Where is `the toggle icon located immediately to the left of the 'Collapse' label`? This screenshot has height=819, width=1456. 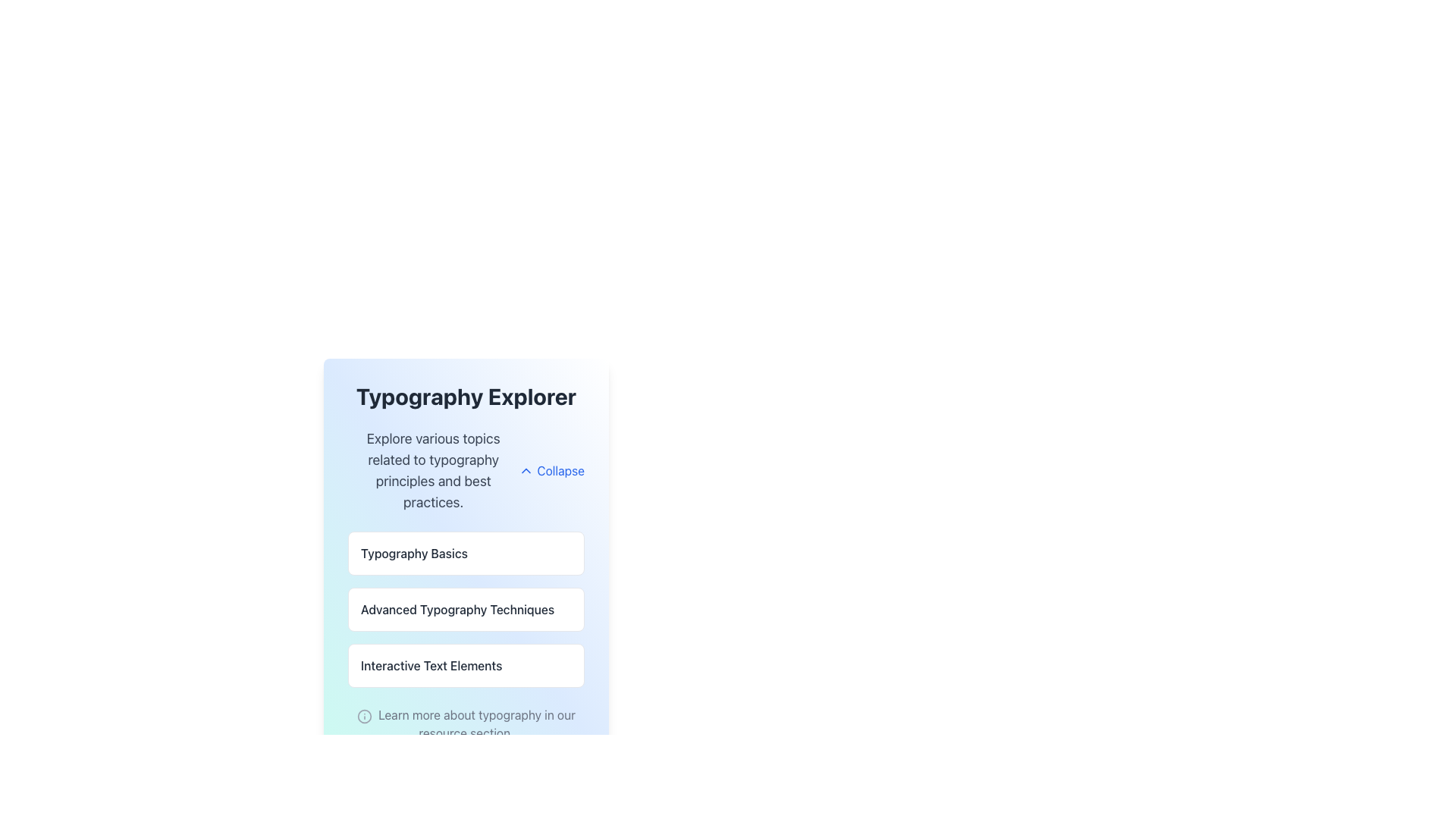
the toggle icon located immediately to the left of the 'Collapse' label is located at coordinates (526, 470).